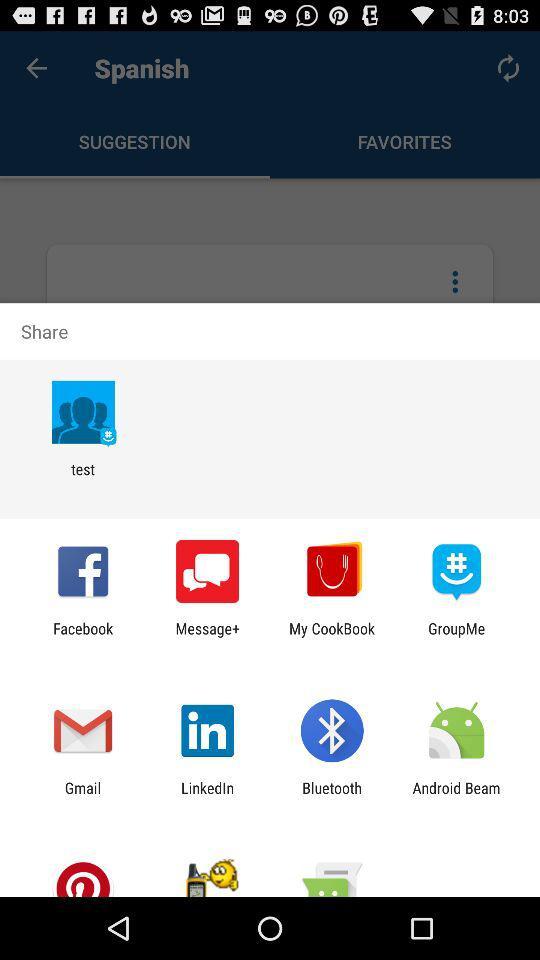 The height and width of the screenshot is (960, 540). I want to click on facebook icon, so click(82, 636).